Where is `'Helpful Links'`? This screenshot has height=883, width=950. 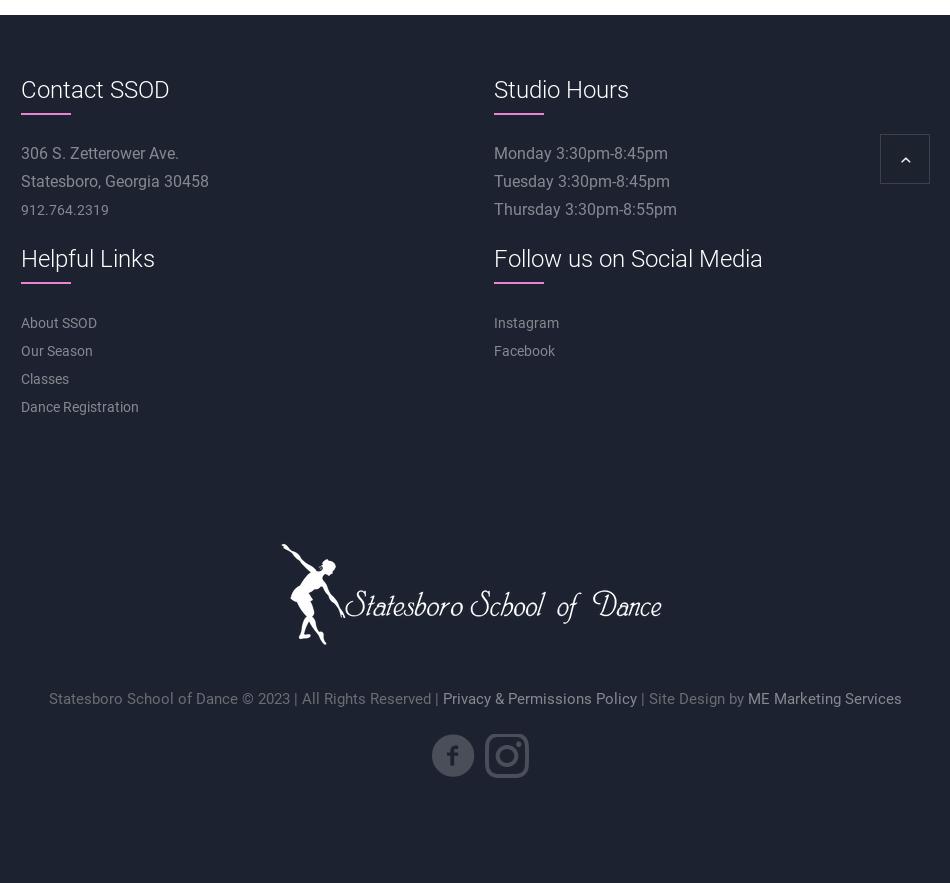 'Helpful Links' is located at coordinates (87, 257).